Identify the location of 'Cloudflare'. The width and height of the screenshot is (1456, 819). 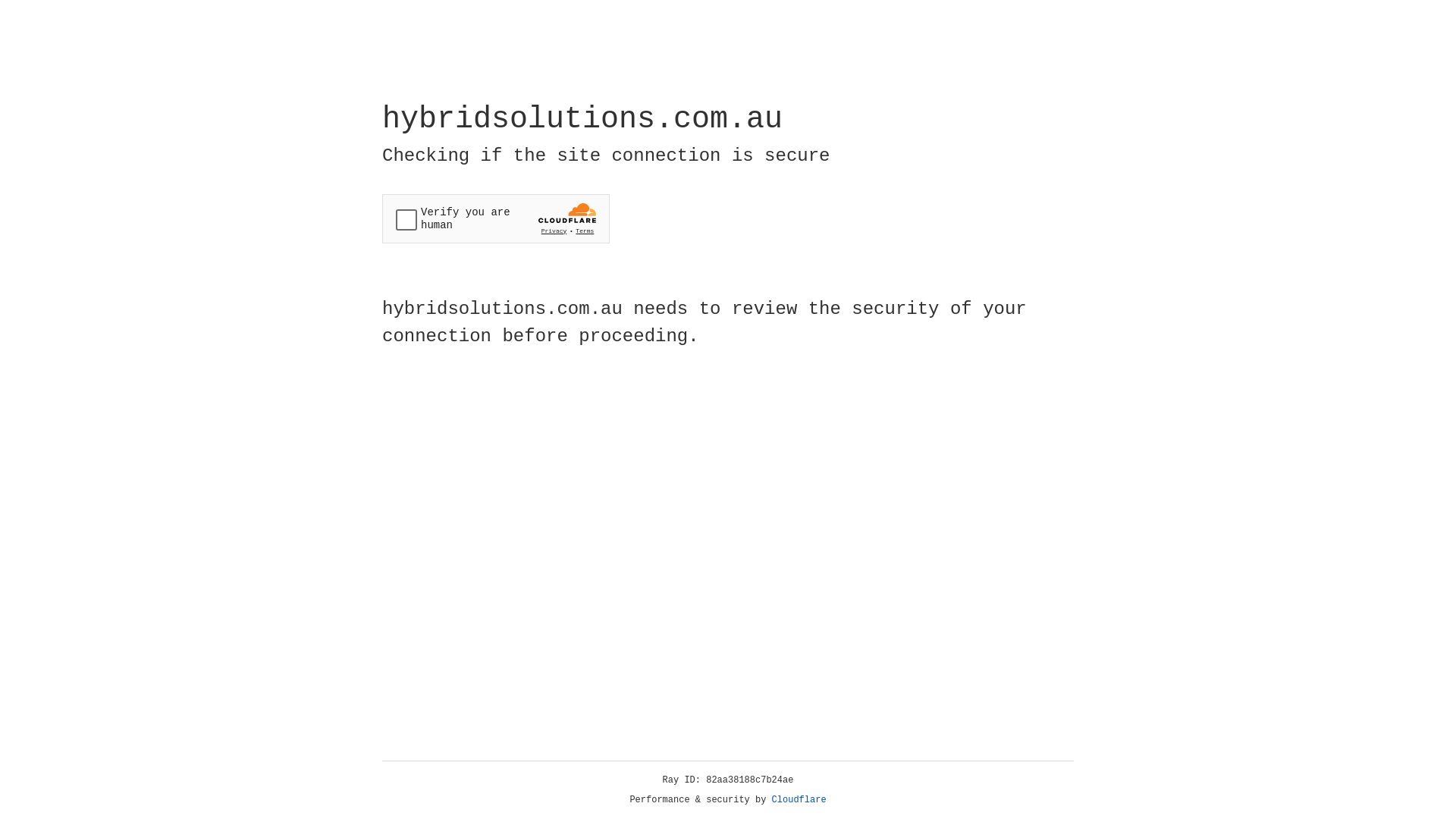
(799, 799).